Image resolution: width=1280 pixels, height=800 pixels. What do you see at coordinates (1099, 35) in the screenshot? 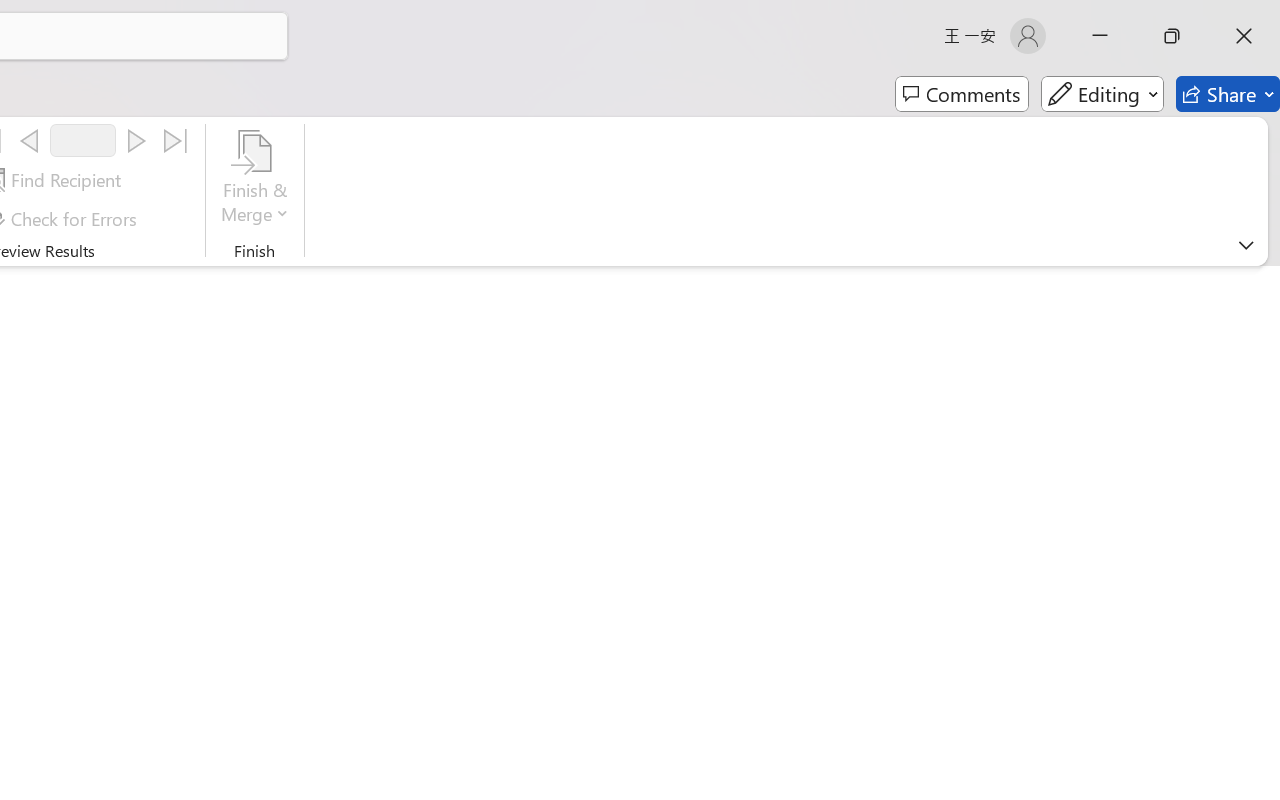
I see `'Minimize'` at bounding box center [1099, 35].